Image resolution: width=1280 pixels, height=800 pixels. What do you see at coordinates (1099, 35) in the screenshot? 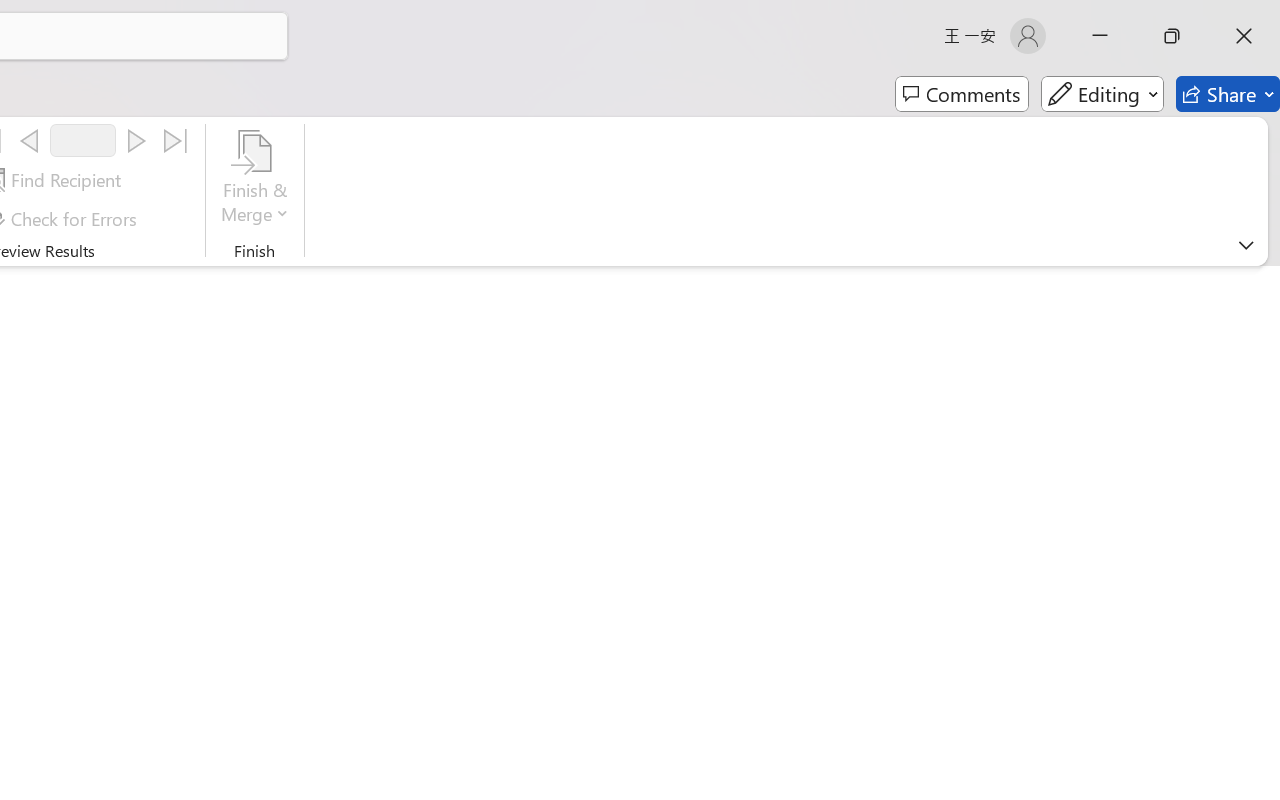
I see `'Minimize'` at bounding box center [1099, 35].